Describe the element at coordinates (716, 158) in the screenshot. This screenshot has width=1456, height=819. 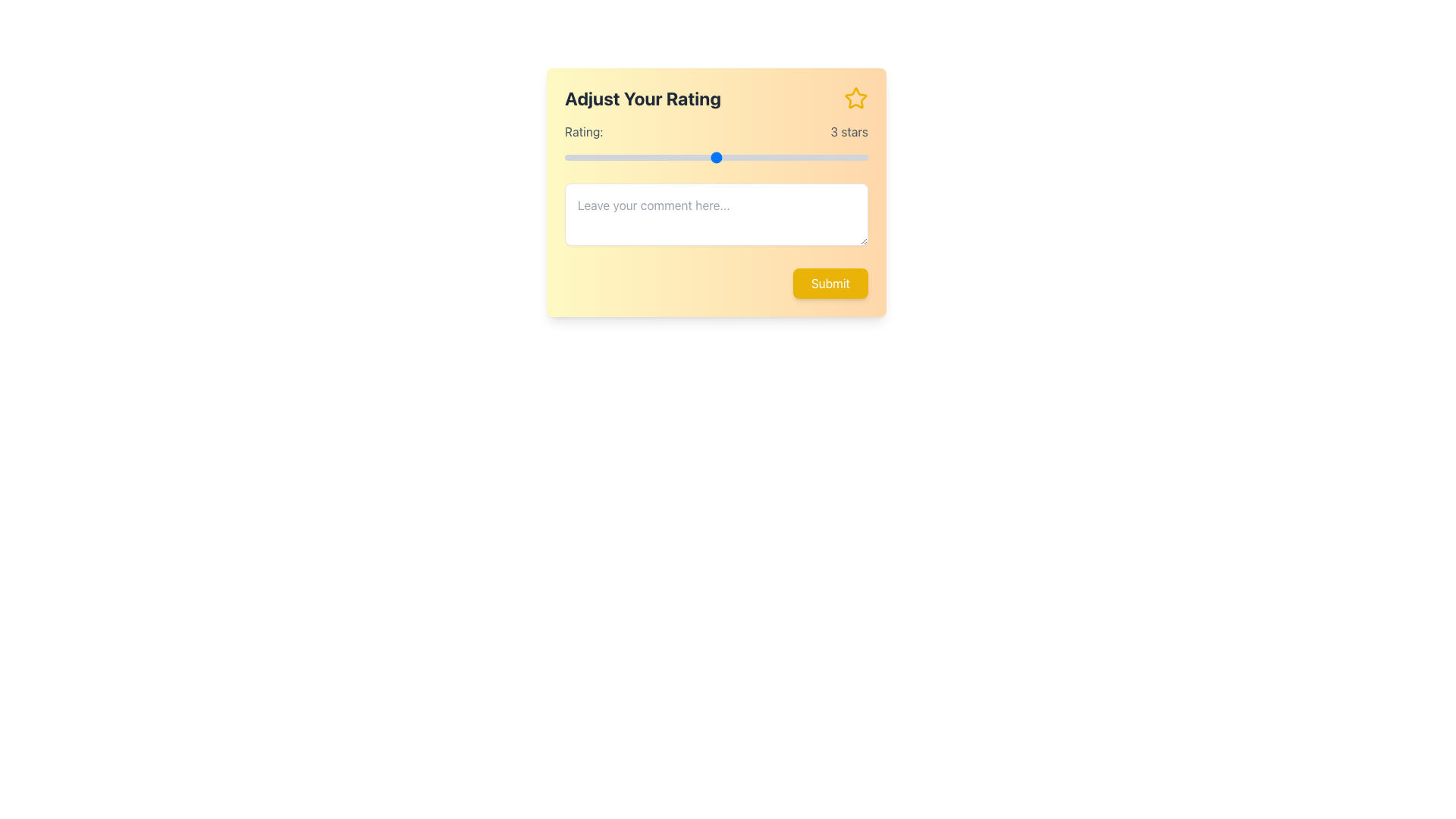
I see `the rating slider` at that location.